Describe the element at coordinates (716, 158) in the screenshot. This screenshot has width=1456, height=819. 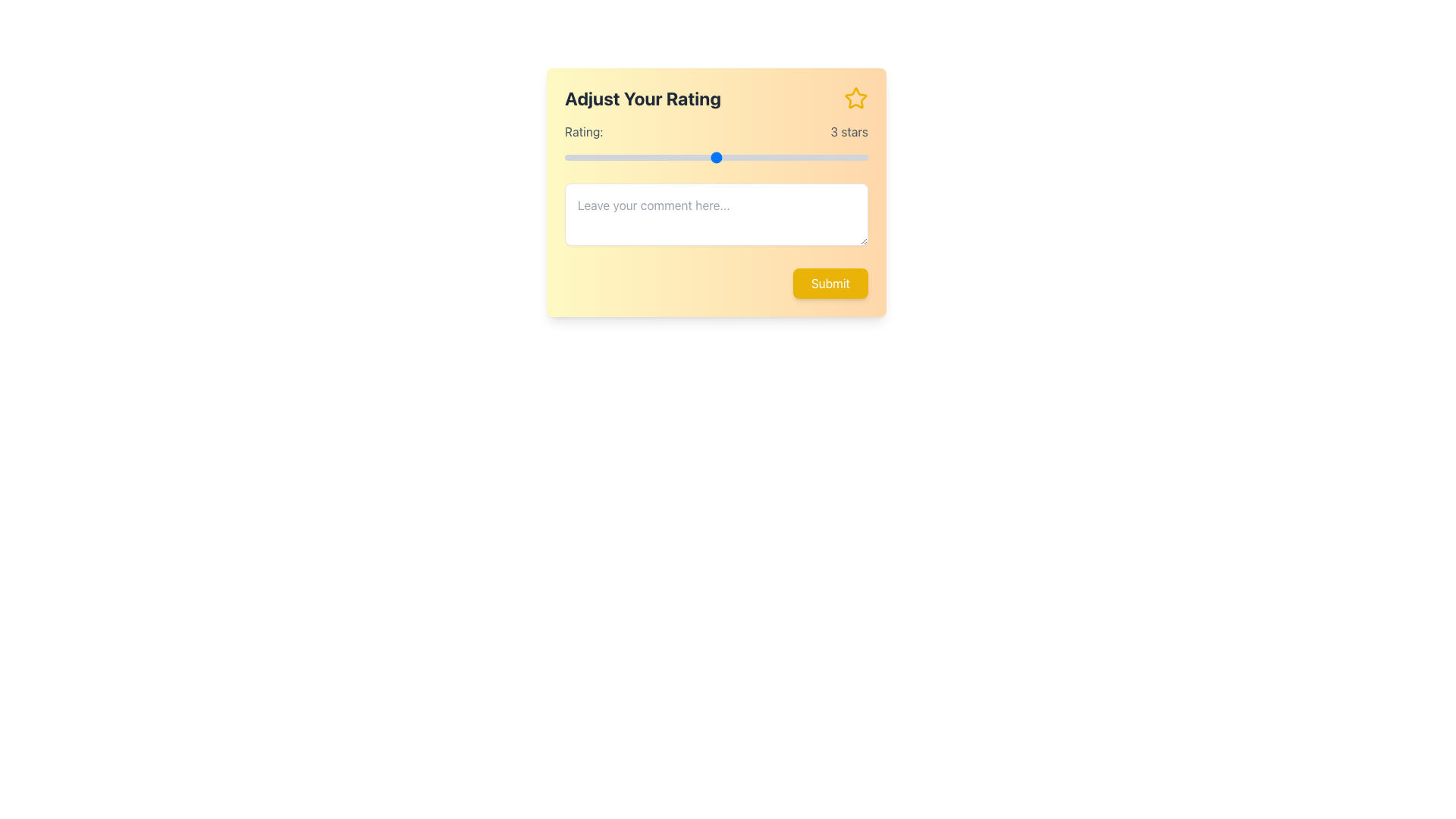
I see `the rating slider` at that location.